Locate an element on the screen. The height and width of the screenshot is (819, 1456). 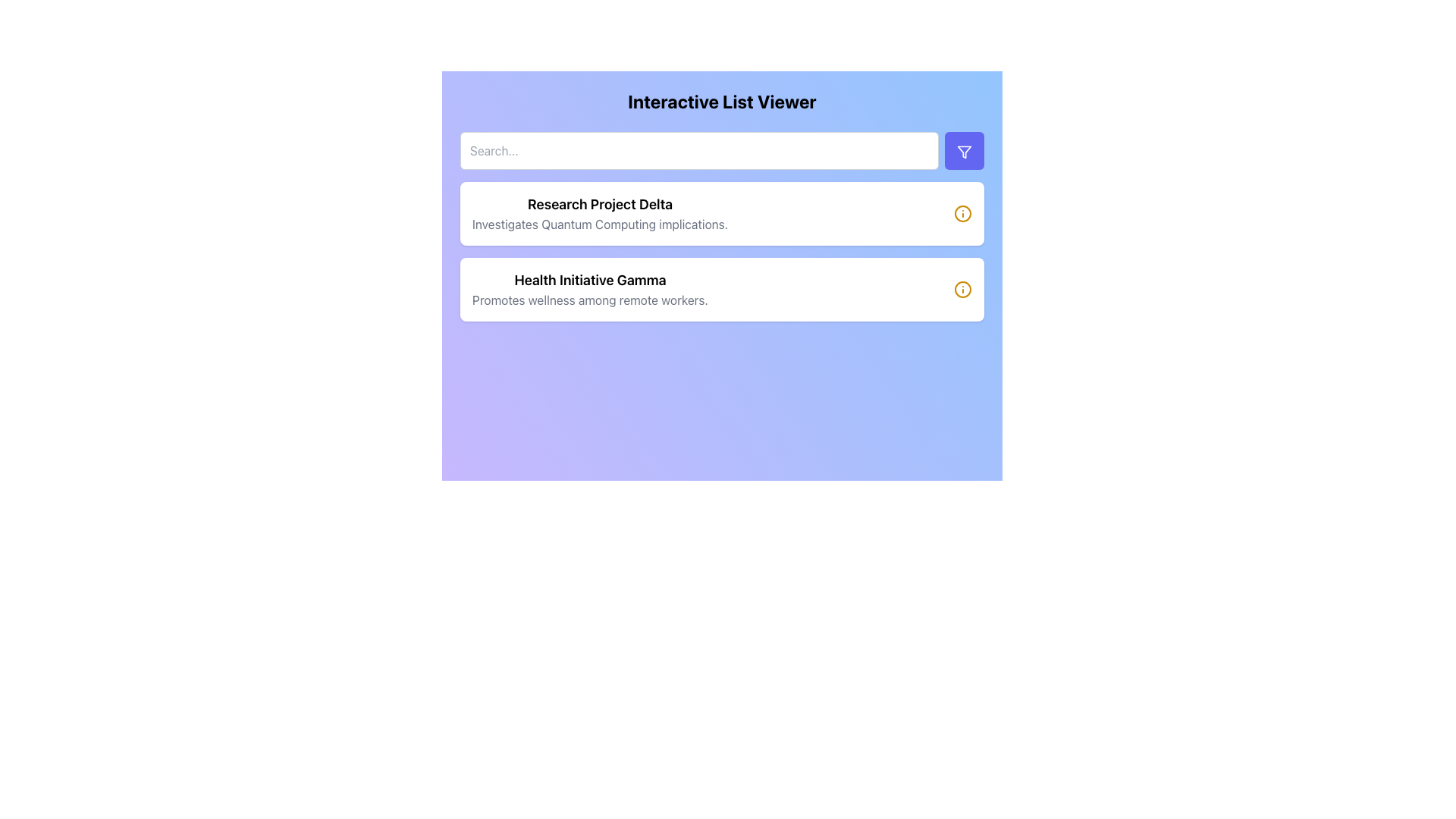
the header text 'Interactive List Viewer' which is prominently displayed at the top of the page is located at coordinates (721, 110).